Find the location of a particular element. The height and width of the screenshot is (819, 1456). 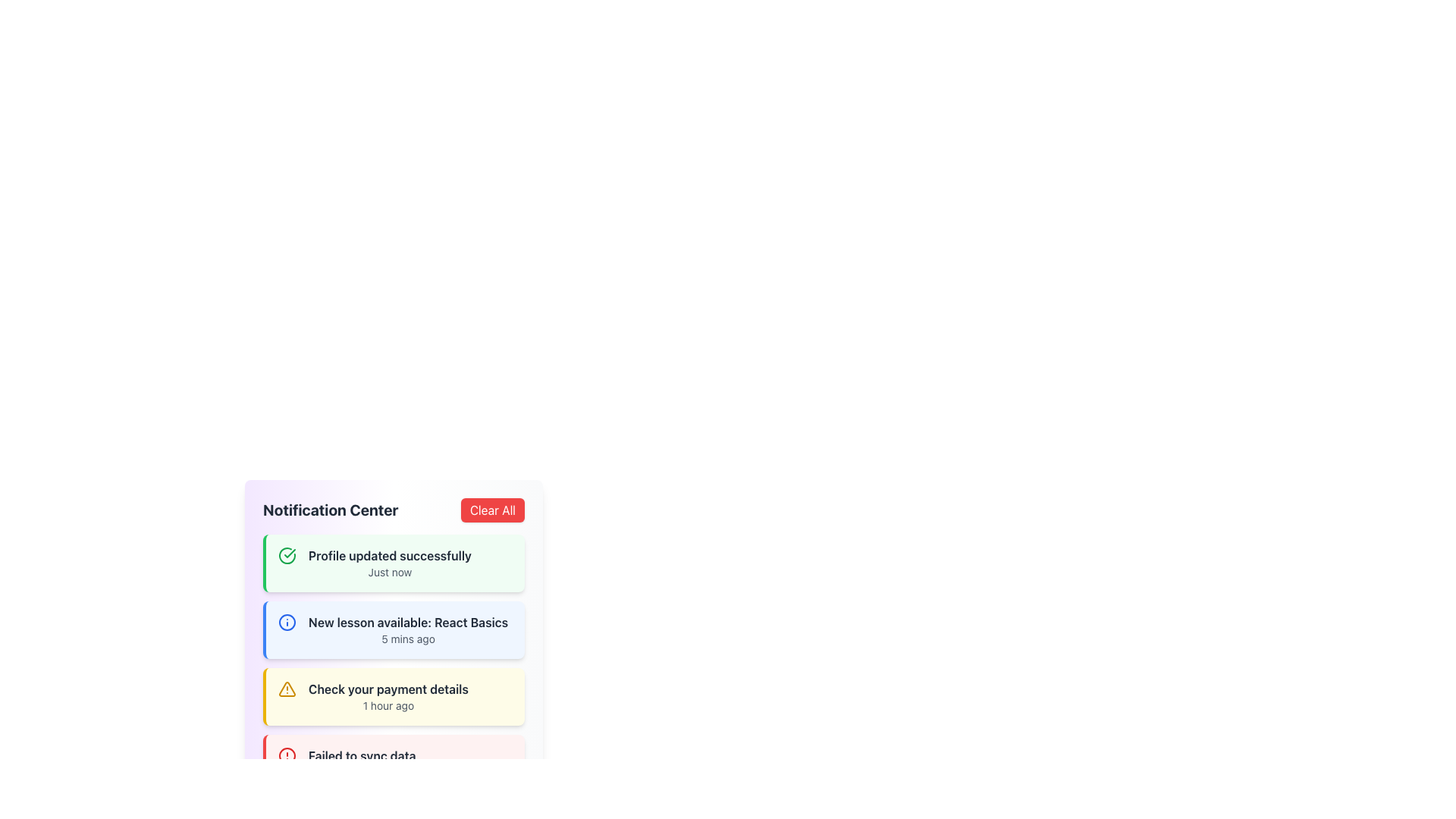

the title text of the notification indicating the availability of a new lesson titled 'React Basics' in the second notification slot of the Notification Center is located at coordinates (408, 623).